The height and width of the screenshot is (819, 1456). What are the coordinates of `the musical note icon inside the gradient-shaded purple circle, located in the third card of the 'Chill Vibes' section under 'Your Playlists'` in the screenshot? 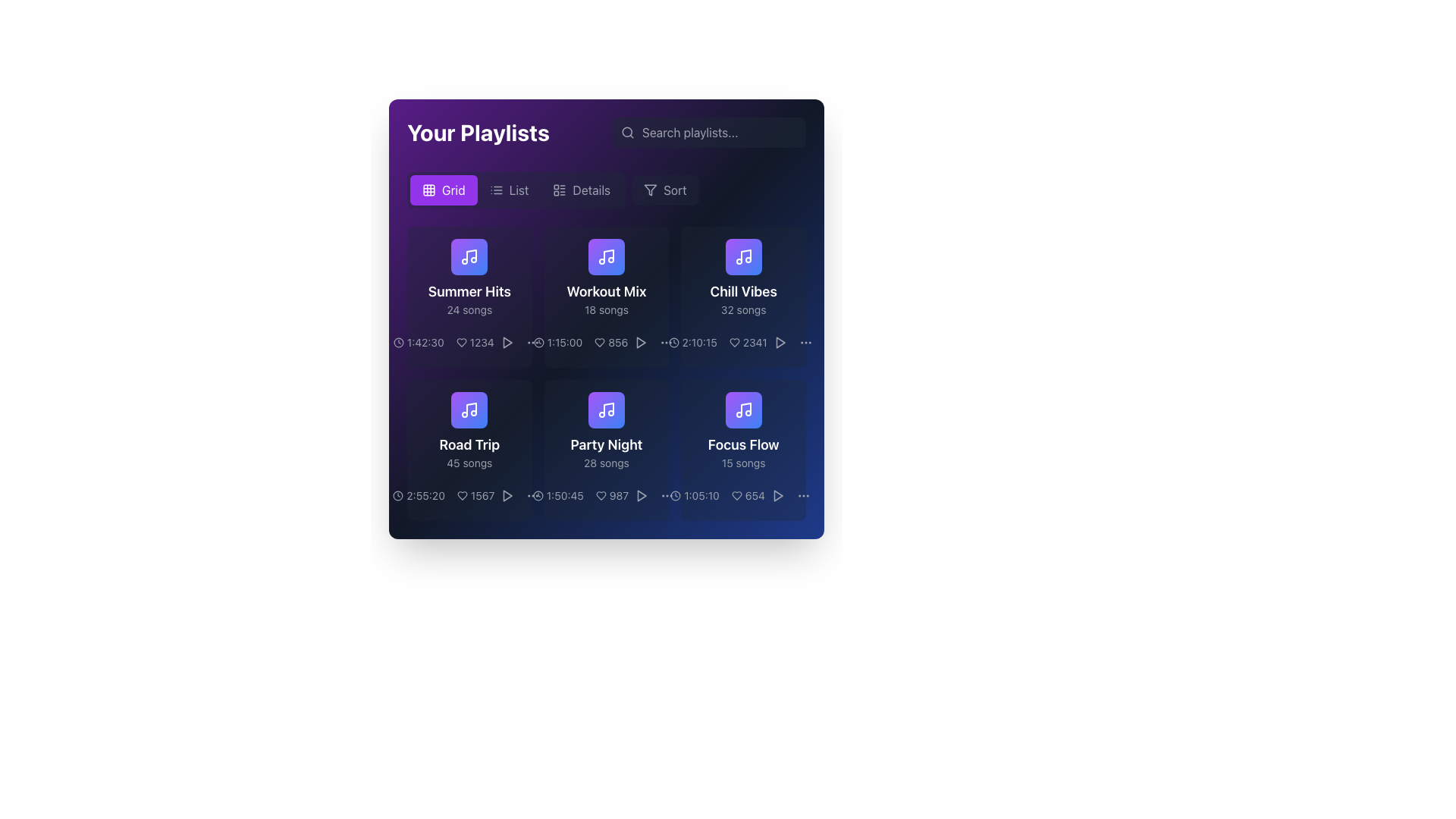 It's located at (743, 256).